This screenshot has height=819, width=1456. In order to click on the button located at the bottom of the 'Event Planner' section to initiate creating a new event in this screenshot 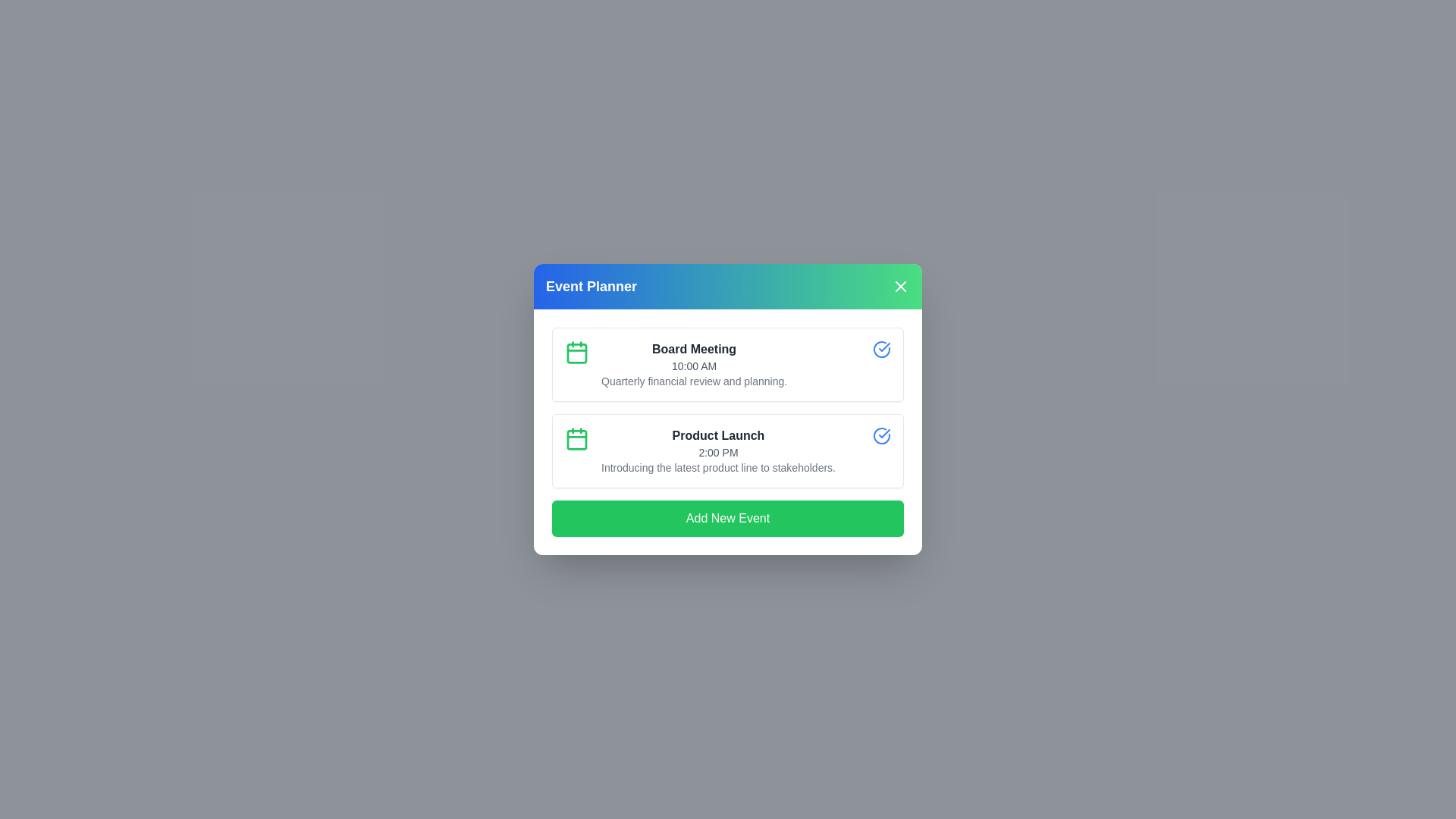, I will do `click(728, 517)`.